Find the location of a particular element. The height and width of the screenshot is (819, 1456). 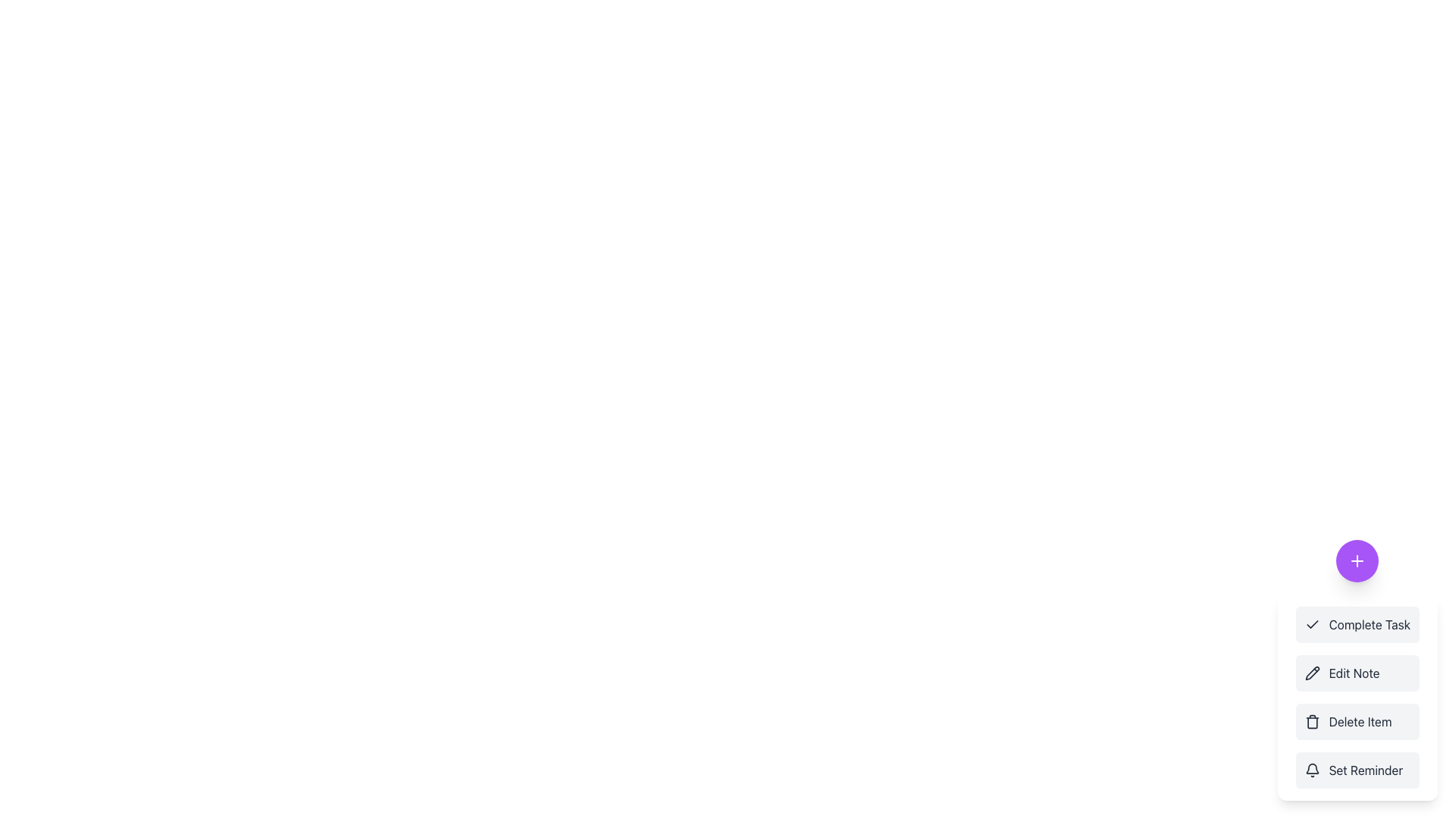

the 'Edit Note' button, which is a rectangular button with rounded corners, featuring a light gray background and a pencil icon followed by the text 'Edit Note'. It is the second button in a vertical list, located below the 'Complete Task' button and above the 'Delete Item' button is located at coordinates (1357, 672).